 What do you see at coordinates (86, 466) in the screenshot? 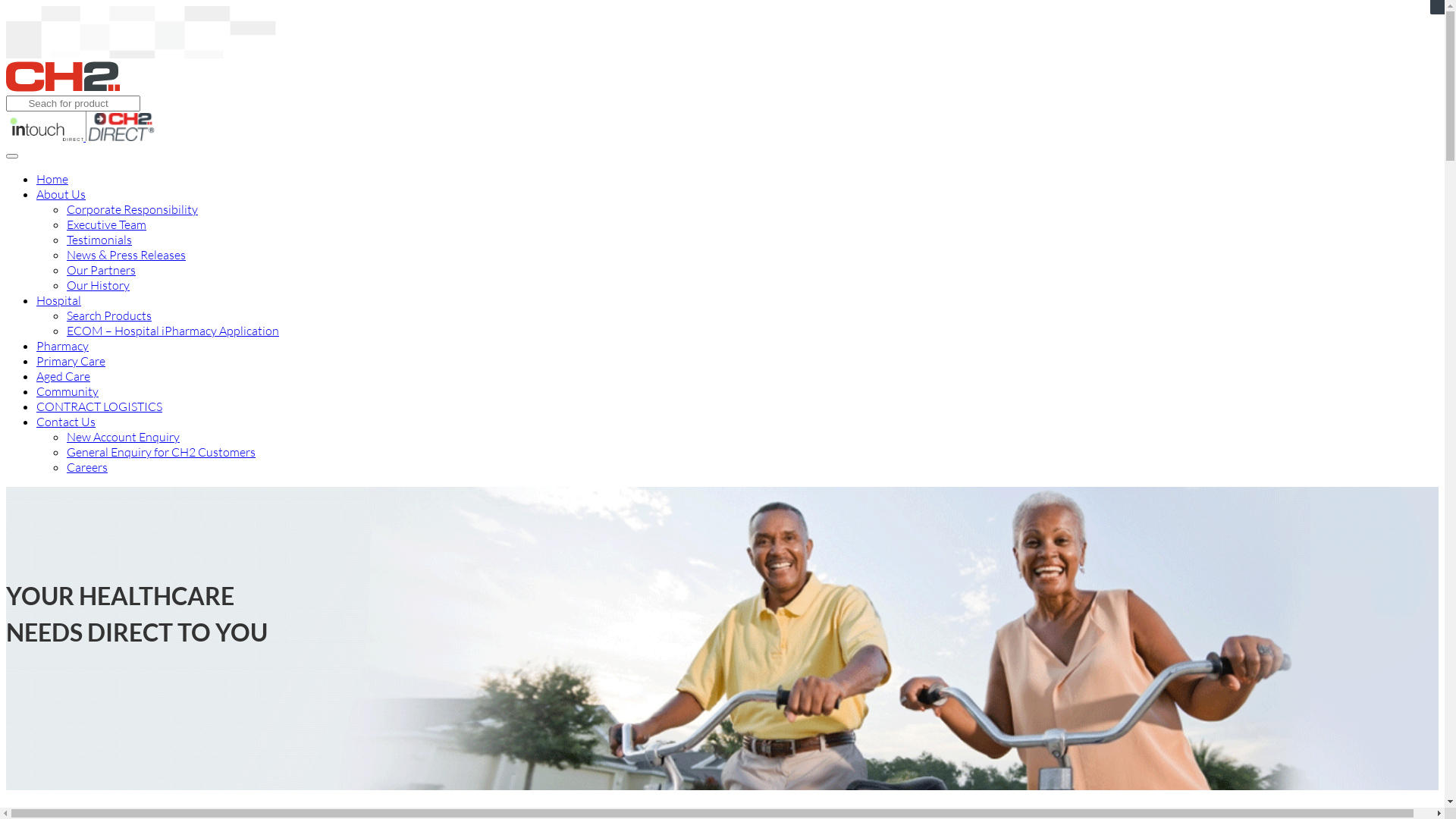
I see `'Careers'` at bounding box center [86, 466].